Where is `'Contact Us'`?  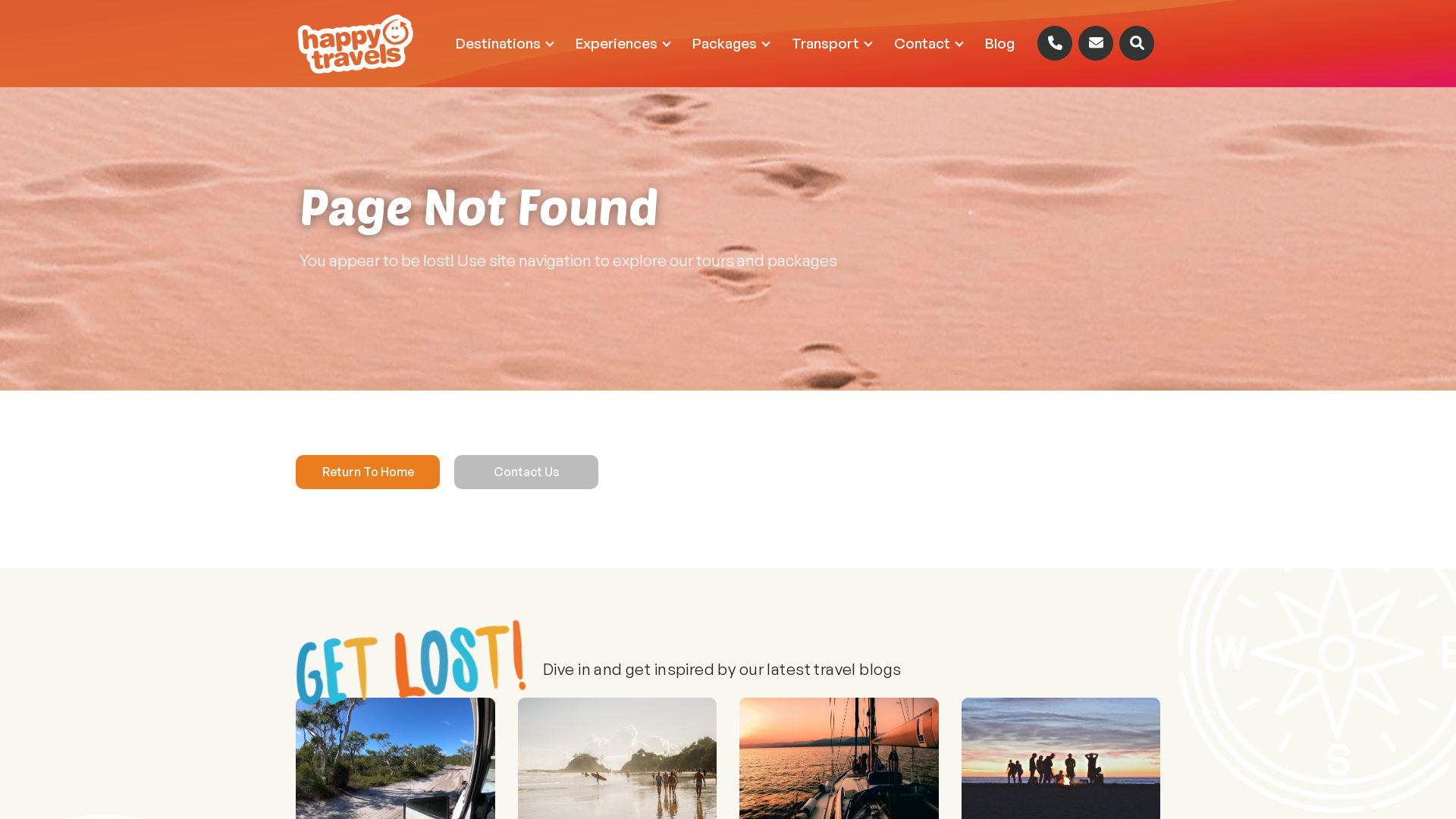
'Contact Us' is located at coordinates (526, 471).